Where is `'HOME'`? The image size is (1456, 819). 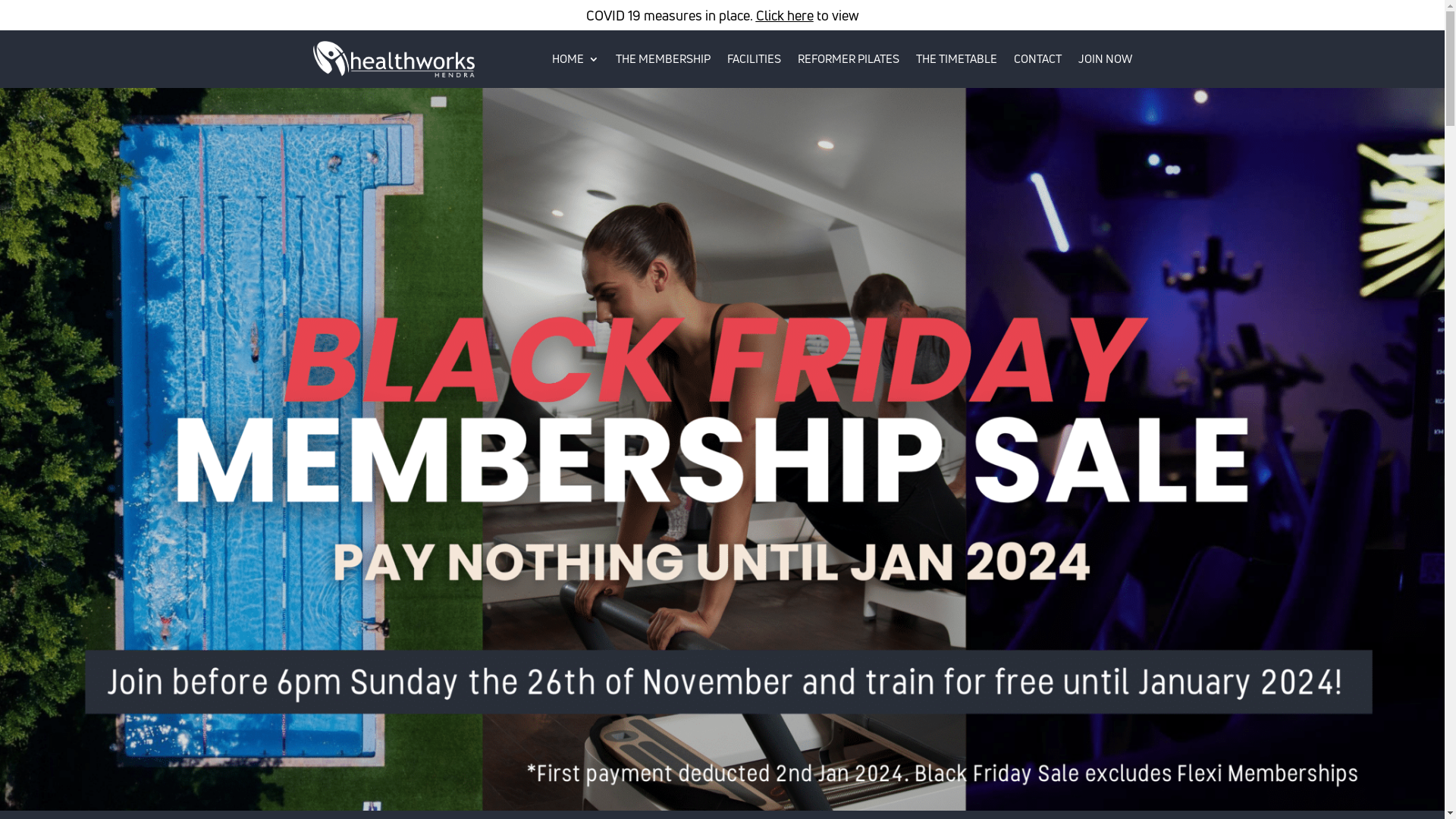
'HOME' is located at coordinates (574, 58).